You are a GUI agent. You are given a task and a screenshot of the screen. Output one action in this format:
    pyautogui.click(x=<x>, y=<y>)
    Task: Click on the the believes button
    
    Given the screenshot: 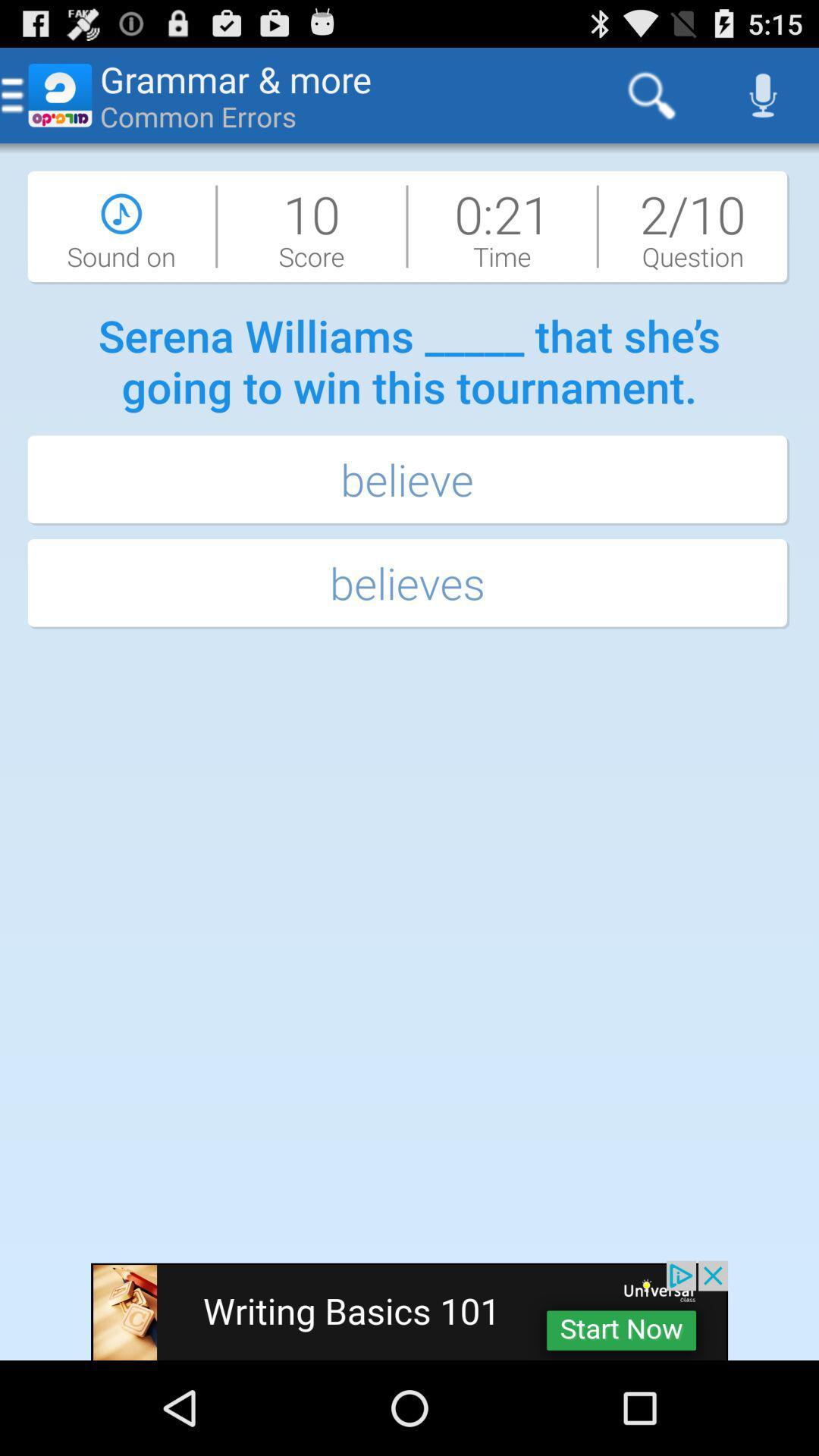 What is the action you would take?
    pyautogui.click(x=409, y=584)
    